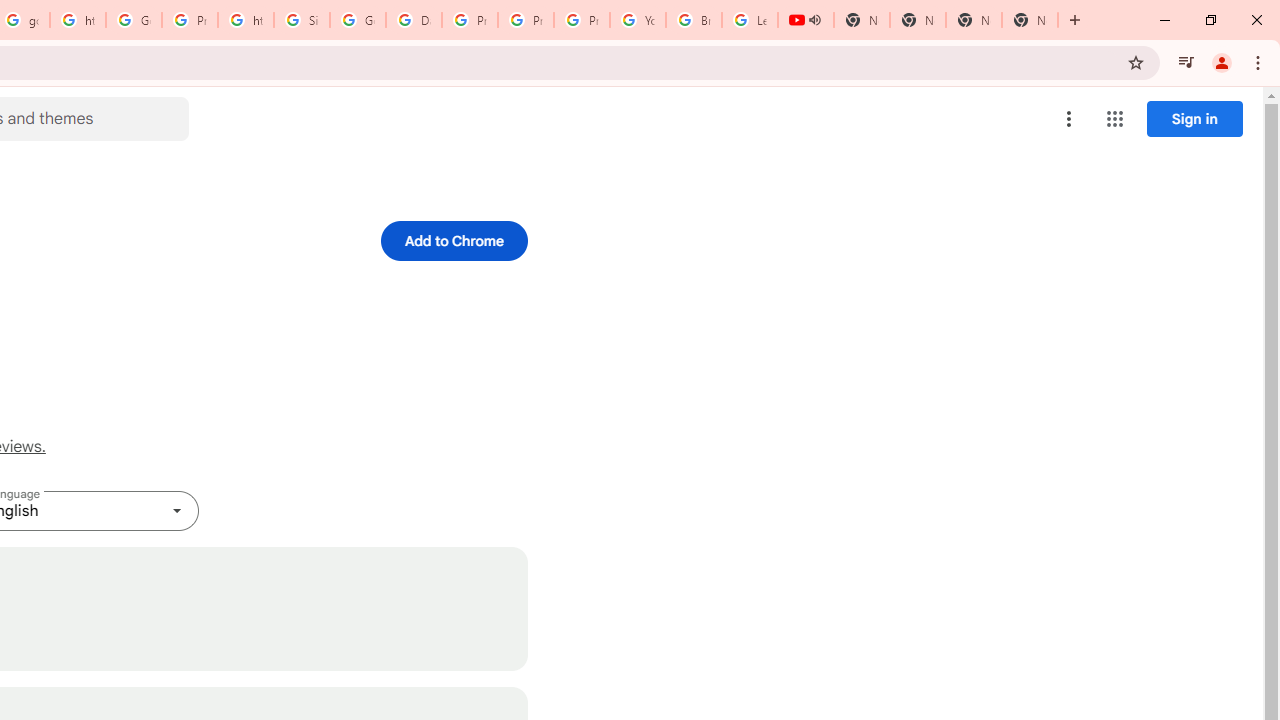 The image size is (1280, 720). Describe the element at coordinates (78, 20) in the screenshot. I see `'https://scholar.google.com/'` at that location.